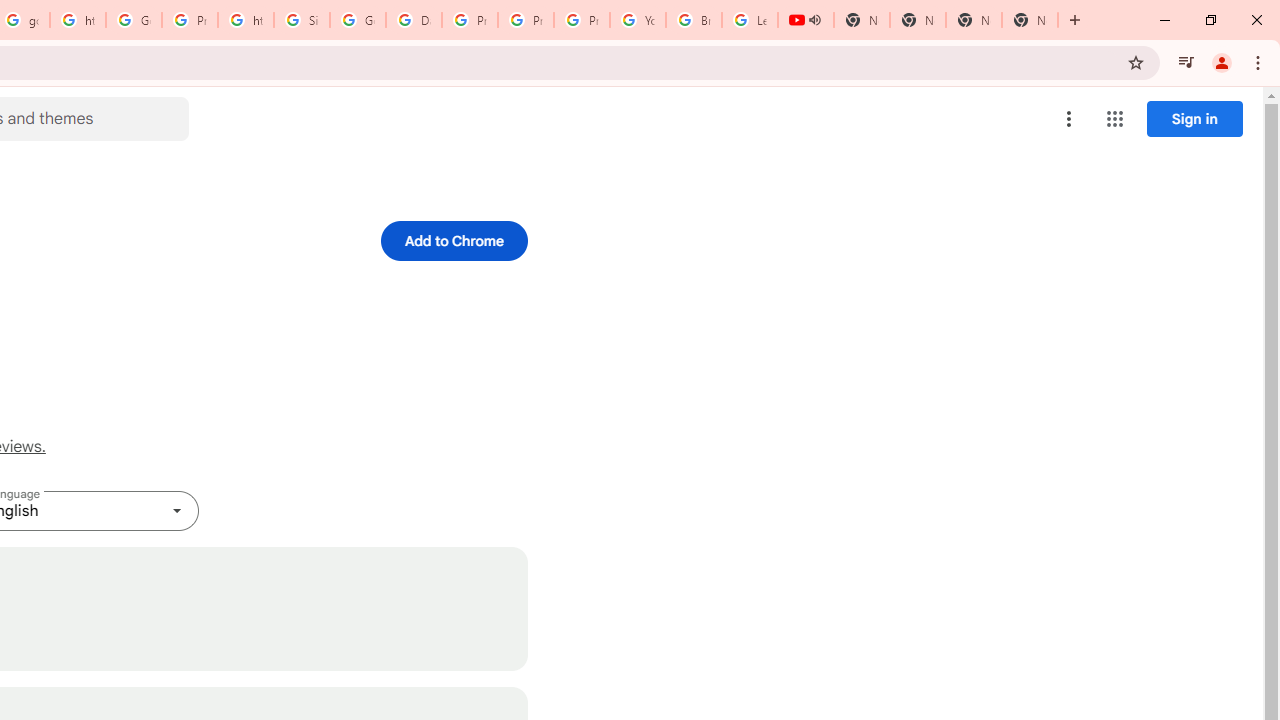 The image size is (1280, 720). Describe the element at coordinates (78, 20) in the screenshot. I see `'https://scholar.google.com/'` at that location.